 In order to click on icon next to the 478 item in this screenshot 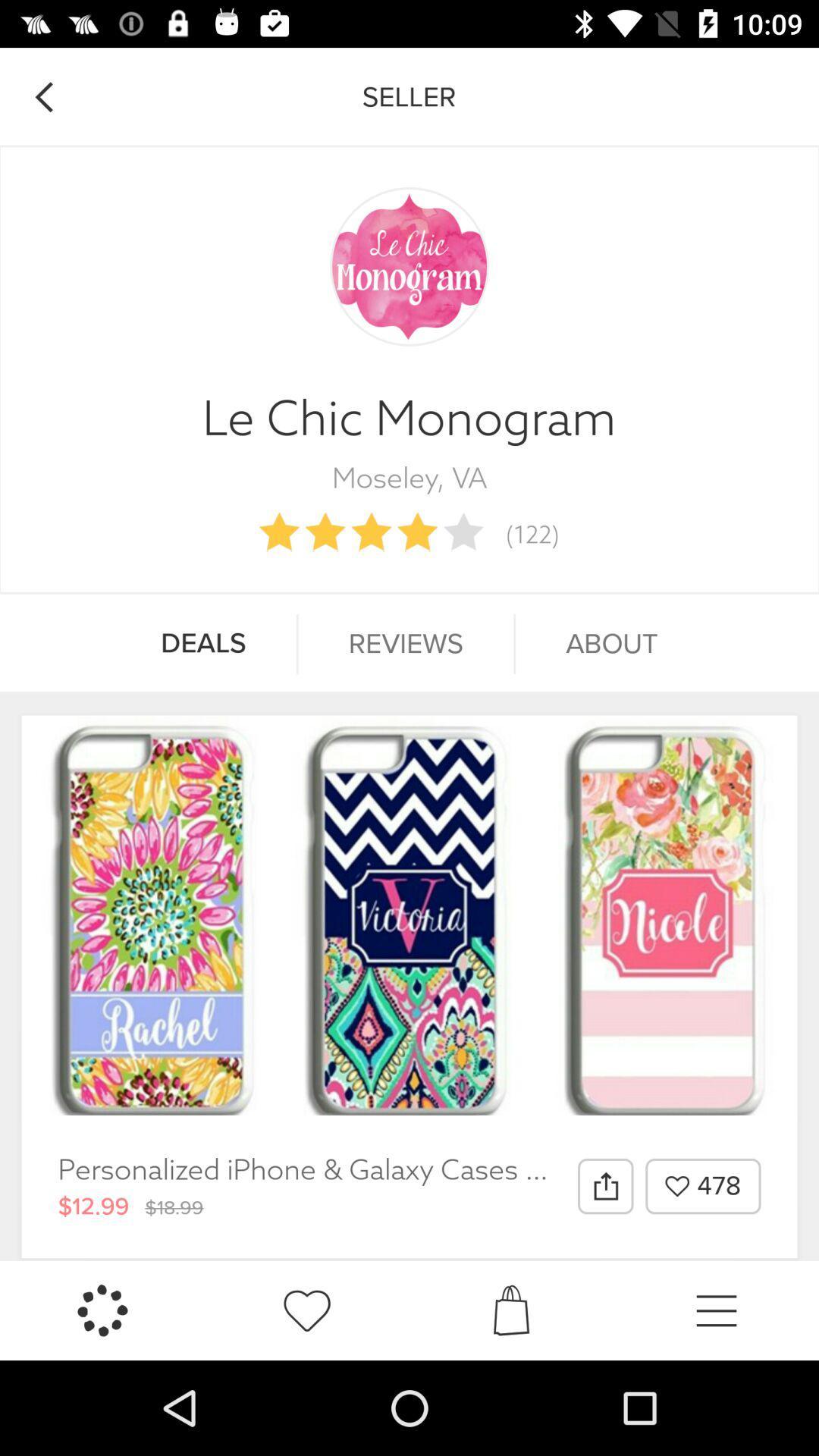, I will do `click(604, 1185)`.